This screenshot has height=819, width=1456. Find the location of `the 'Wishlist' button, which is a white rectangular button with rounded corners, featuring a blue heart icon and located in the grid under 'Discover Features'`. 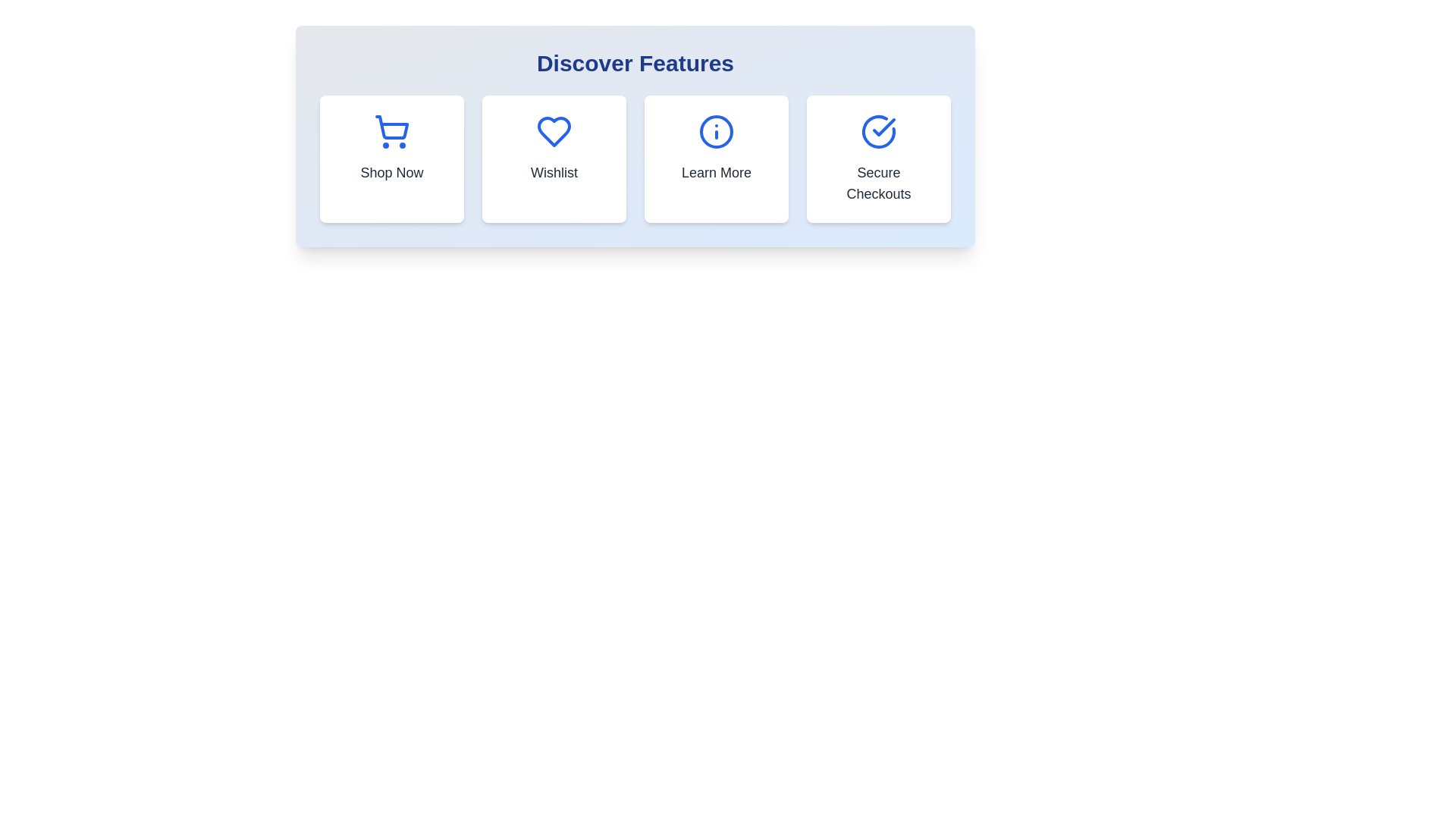

the 'Wishlist' button, which is a white rectangular button with rounded corners, featuring a blue heart icon and located in the grid under 'Discover Features' is located at coordinates (553, 158).